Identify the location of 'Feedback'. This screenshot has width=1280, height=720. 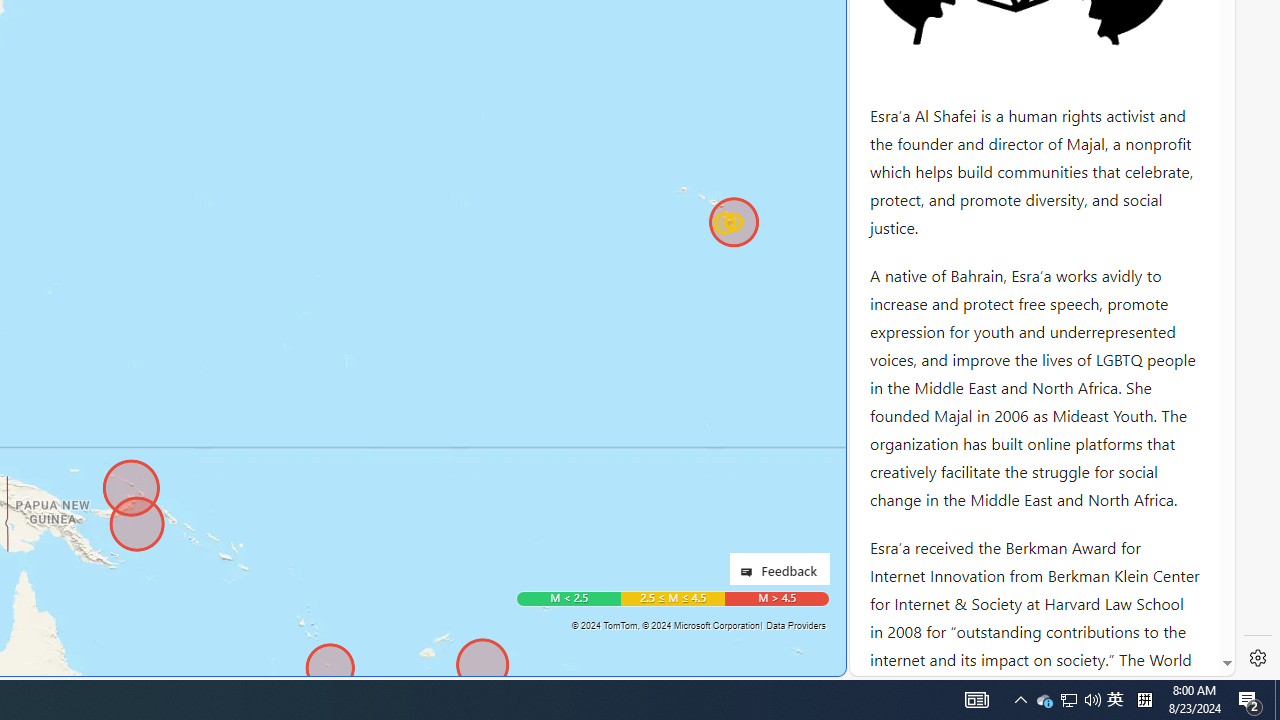
(778, 568).